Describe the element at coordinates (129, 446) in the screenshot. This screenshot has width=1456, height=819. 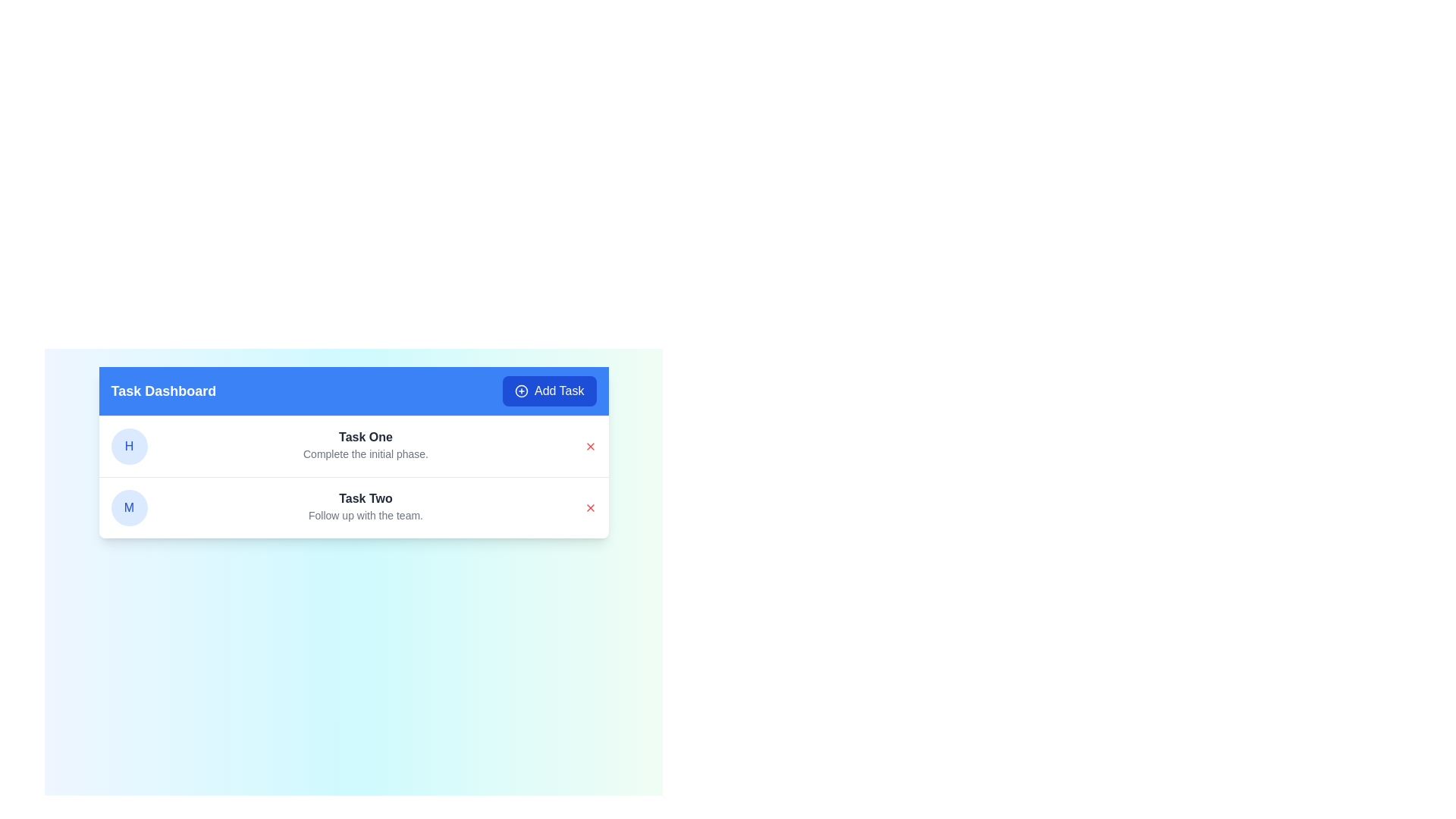
I see `the circular avatar icon with a blue background and letter 'H' representing the first task in the task listing interface` at that location.